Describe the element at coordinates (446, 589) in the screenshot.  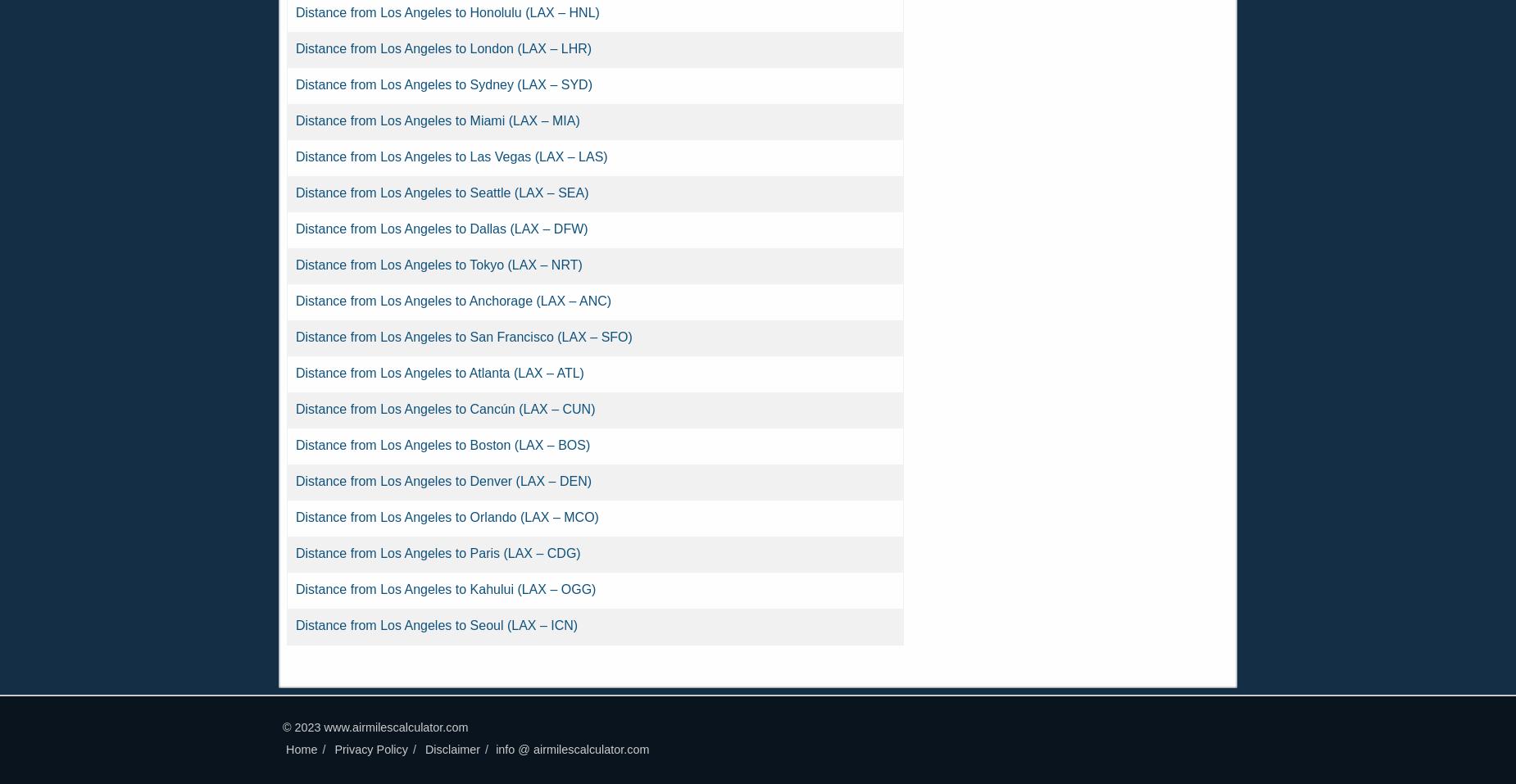
I see `'Distance from Los Angeles to Kahului (LAX – OGG)'` at that location.